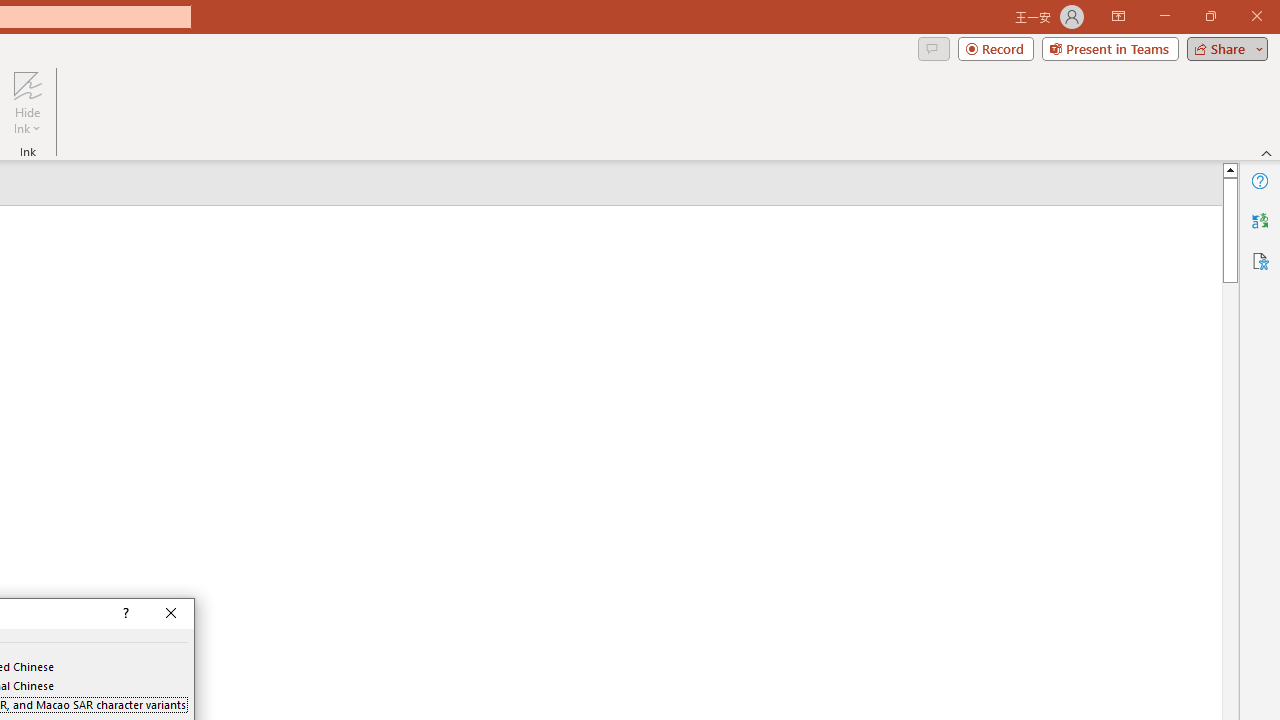  I want to click on 'Hide Ink', so click(27, 84).